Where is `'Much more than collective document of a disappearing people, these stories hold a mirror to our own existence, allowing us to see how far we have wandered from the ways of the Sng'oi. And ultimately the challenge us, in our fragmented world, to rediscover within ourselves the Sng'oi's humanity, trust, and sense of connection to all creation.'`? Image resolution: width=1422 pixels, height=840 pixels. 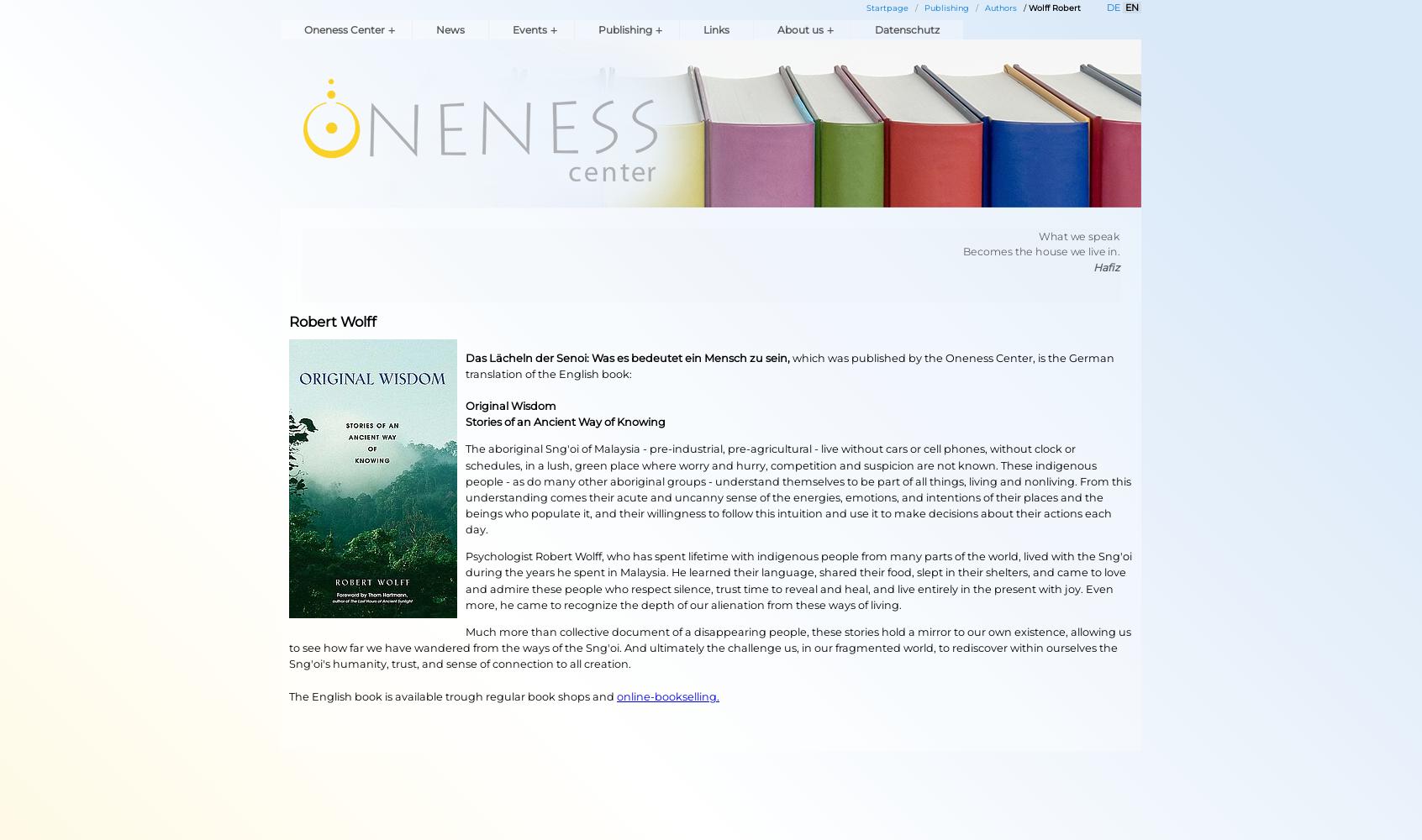 'Much more than collective document of a disappearing people, these stories hold a mirror to our own existence, allowing us to see how far we have wandered from the ways of the Sng'oi. And ultimately the challenge us, in our fragmented world, to rediscover within ourselves the Sng'oi's humanity, trust, and sense of connection to all creation.' is located at coordinates (709, 648).